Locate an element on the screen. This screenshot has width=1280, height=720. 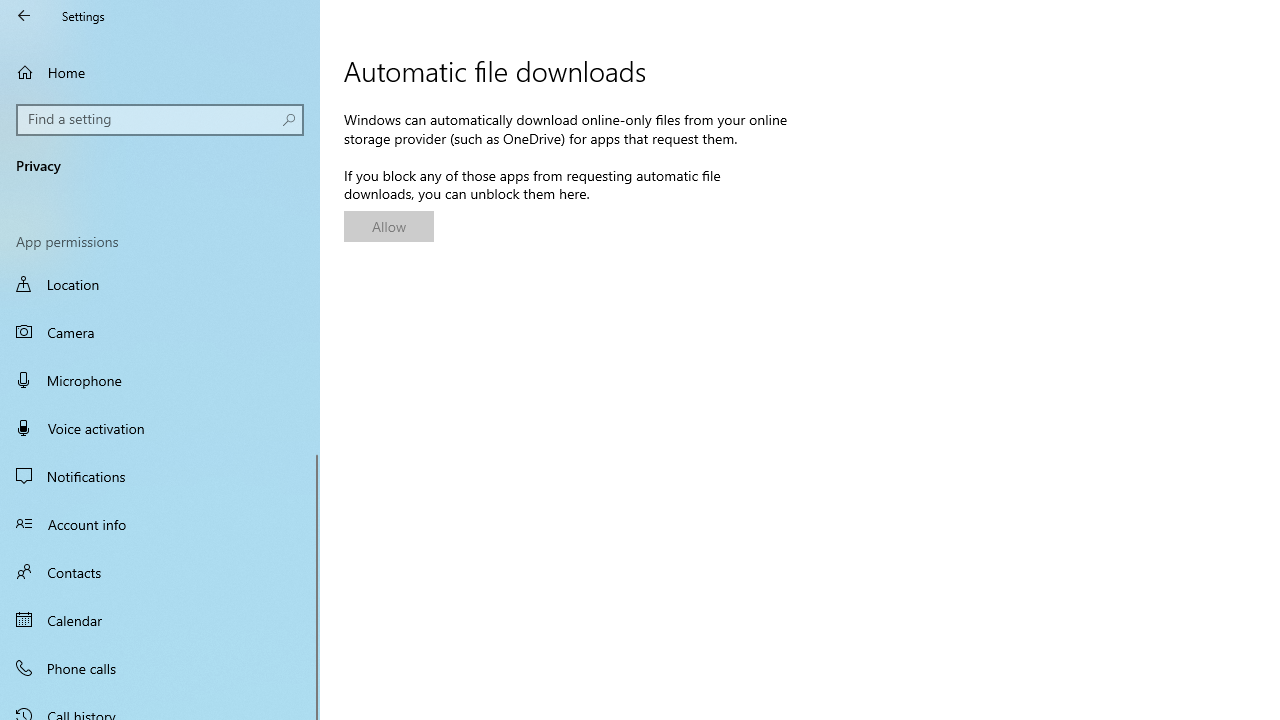
'Search box, Find a setting' is located at coordinates (160, 119).